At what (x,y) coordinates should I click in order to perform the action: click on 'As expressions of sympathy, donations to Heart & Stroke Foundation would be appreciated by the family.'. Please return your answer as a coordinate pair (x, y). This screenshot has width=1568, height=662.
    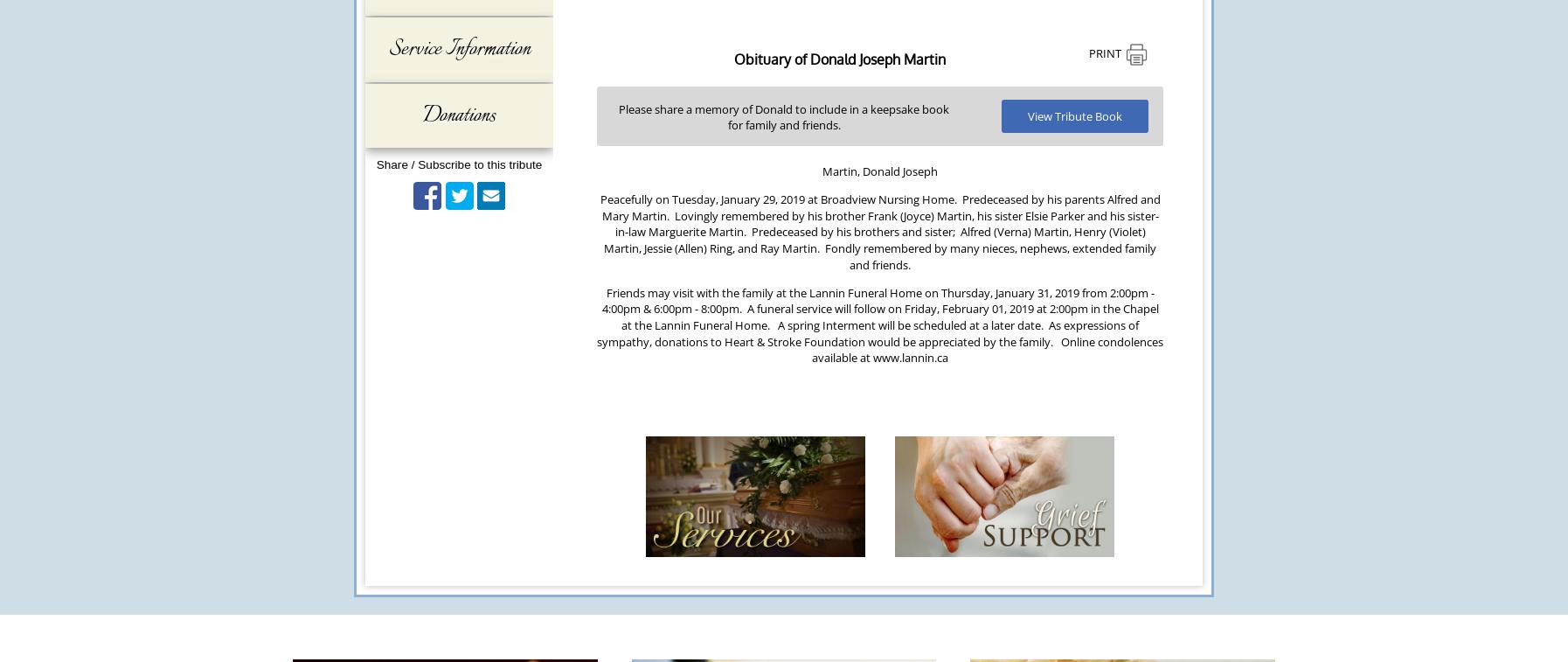
    Looking at the image, I should click on (866, 332).